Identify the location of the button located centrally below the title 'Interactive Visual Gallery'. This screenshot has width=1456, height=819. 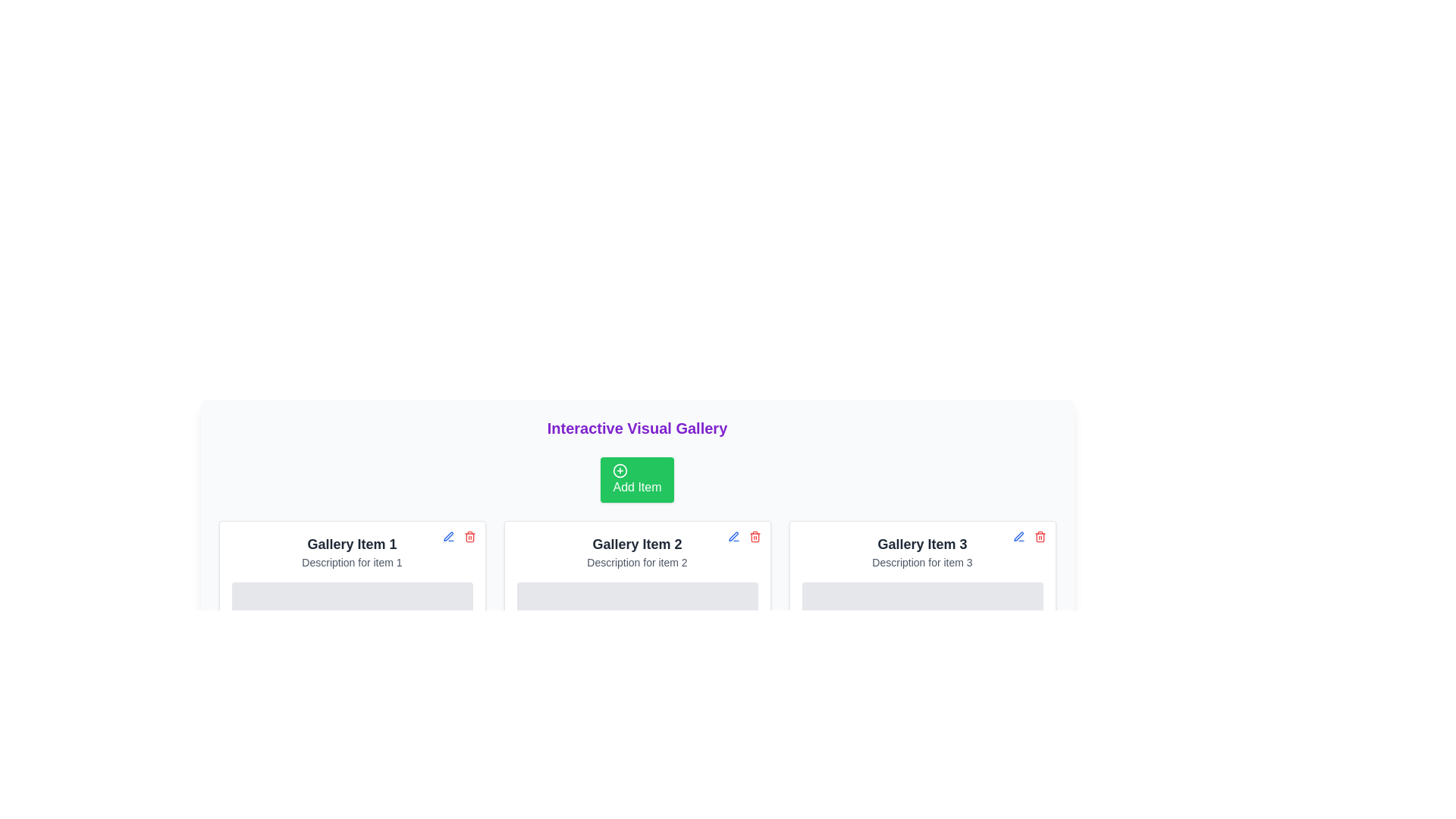
(637, 479).